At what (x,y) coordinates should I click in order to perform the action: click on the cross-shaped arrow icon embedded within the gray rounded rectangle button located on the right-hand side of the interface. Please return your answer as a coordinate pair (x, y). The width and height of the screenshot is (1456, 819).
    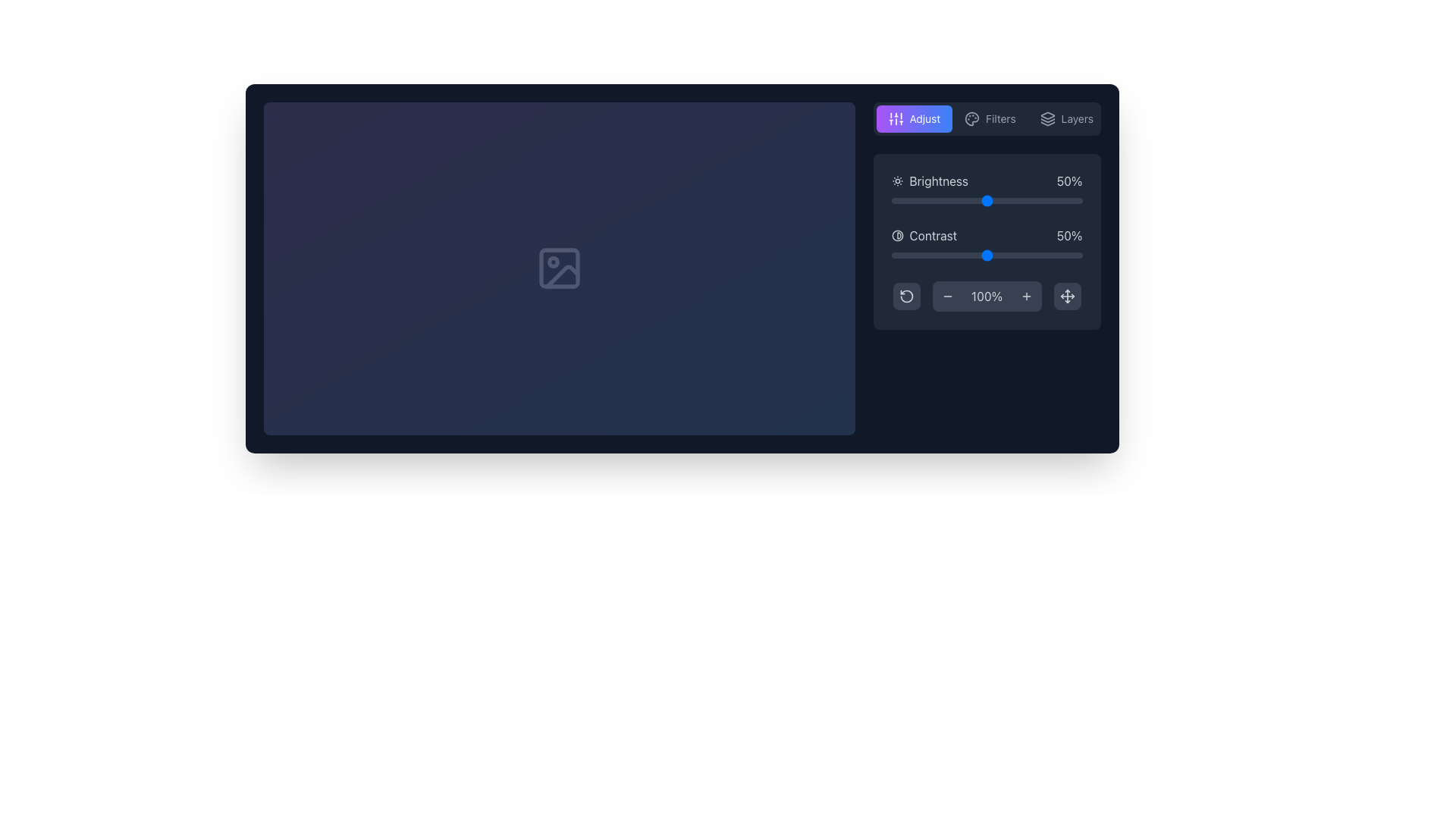
    Looking at the image, I should click on (1066, 296).